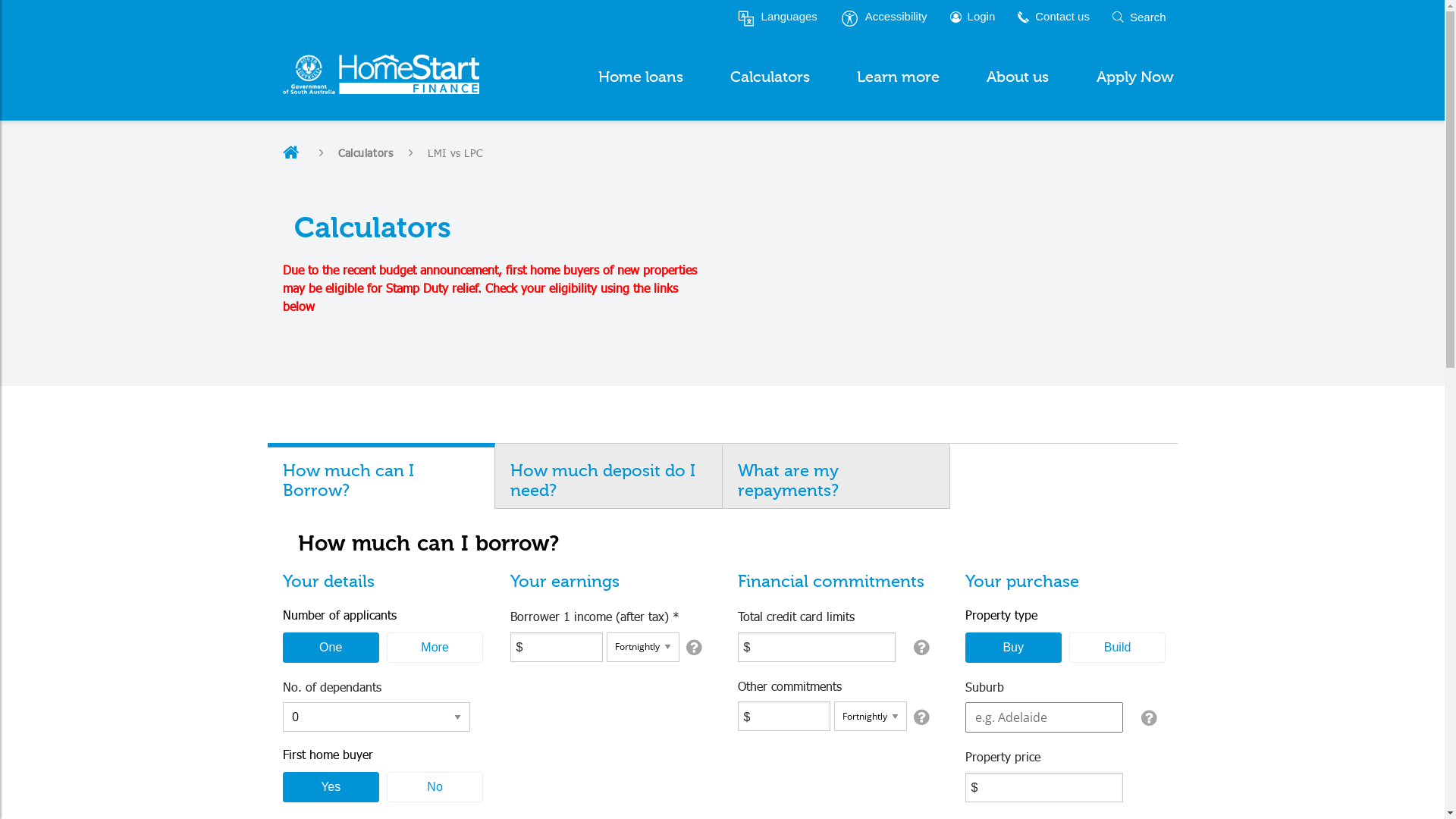  I want to click on 'Home loans', so click(640, 77).